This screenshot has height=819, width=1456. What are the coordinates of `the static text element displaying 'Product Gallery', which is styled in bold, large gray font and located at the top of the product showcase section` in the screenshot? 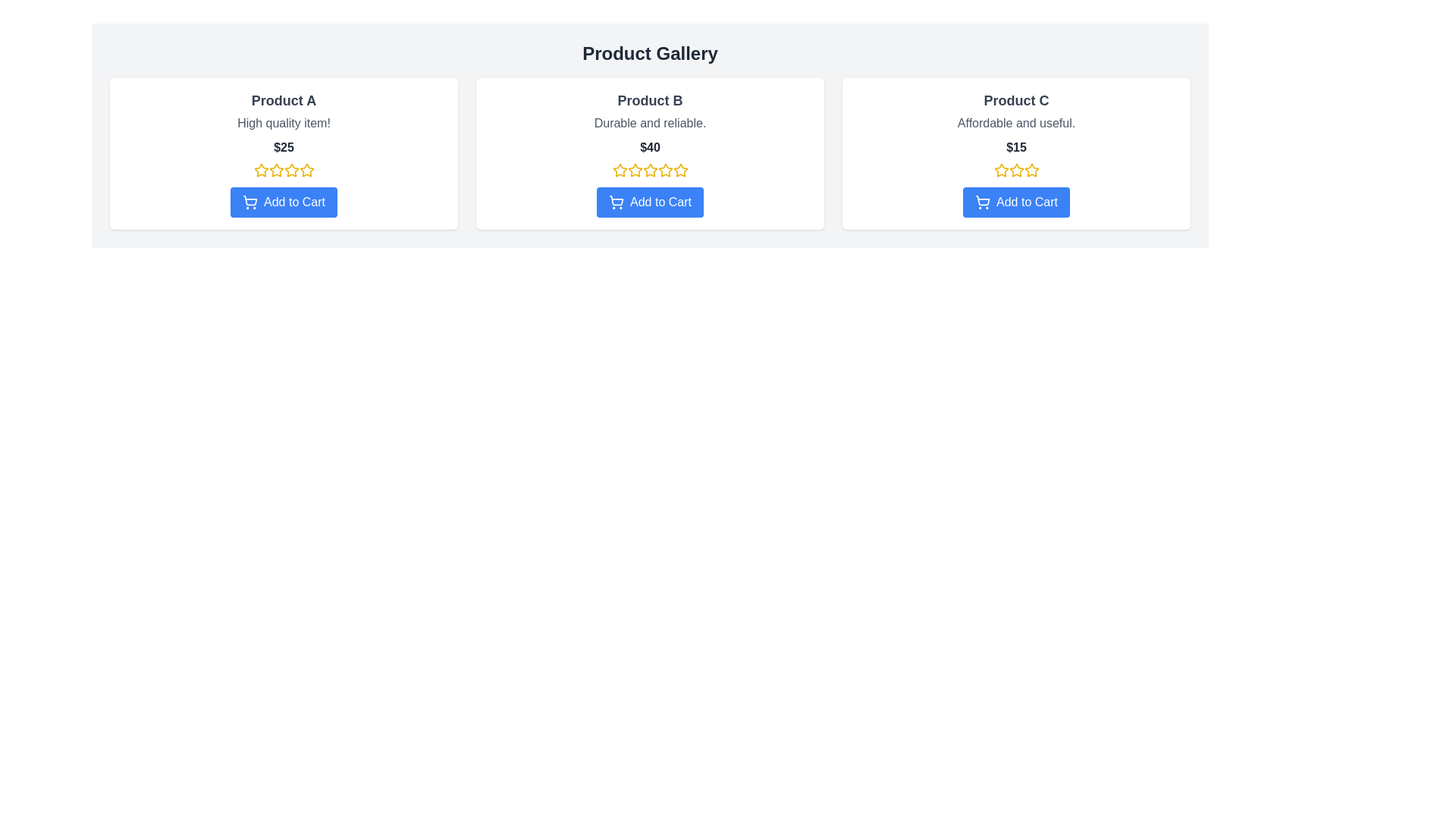 It's located at (650, 52).